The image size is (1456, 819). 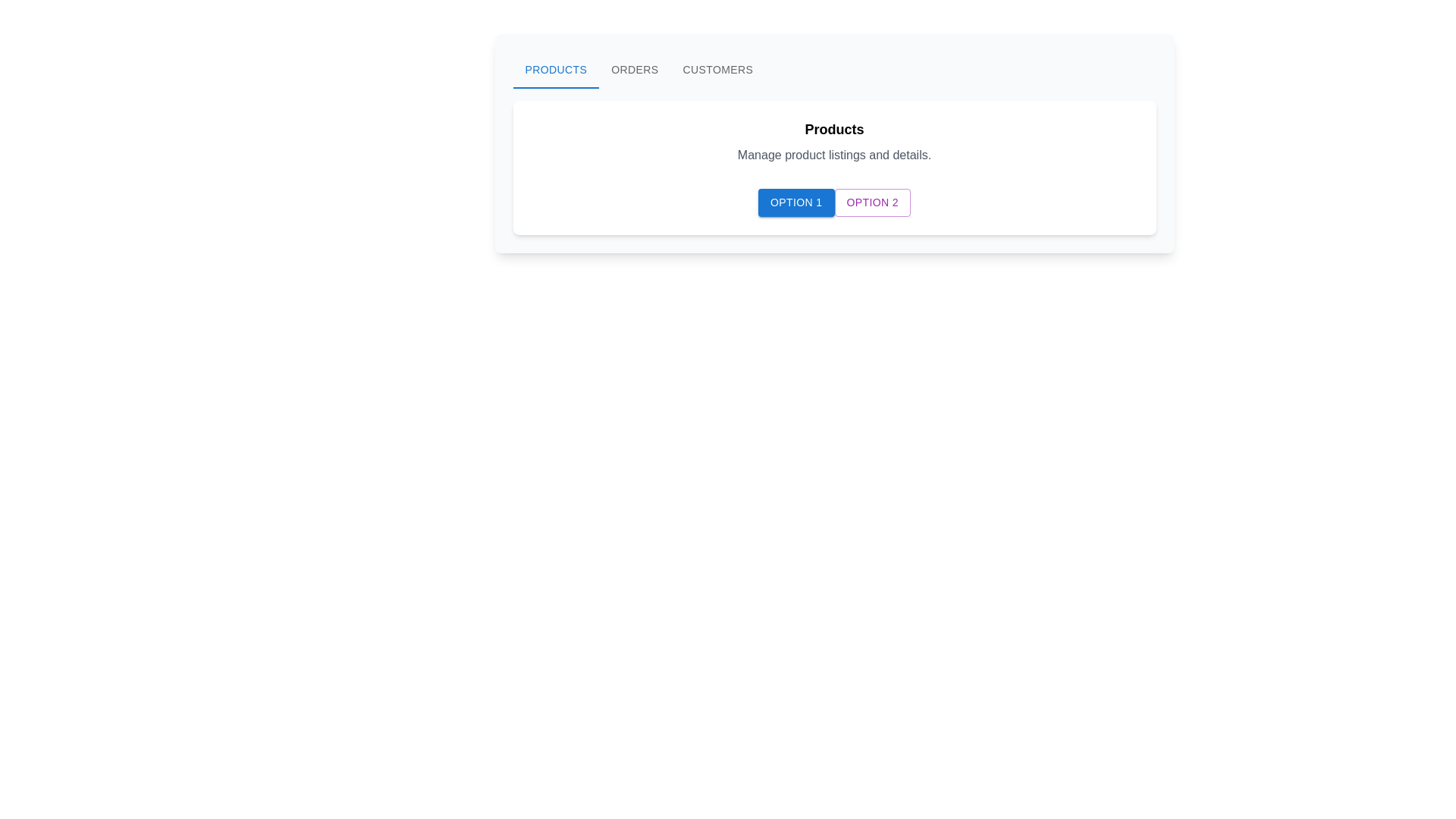 I want to click on the text label that says 'Manage product listings and details.' which is styled in gray and positioned below the 'Products' heading, so click(x=833, y=155).